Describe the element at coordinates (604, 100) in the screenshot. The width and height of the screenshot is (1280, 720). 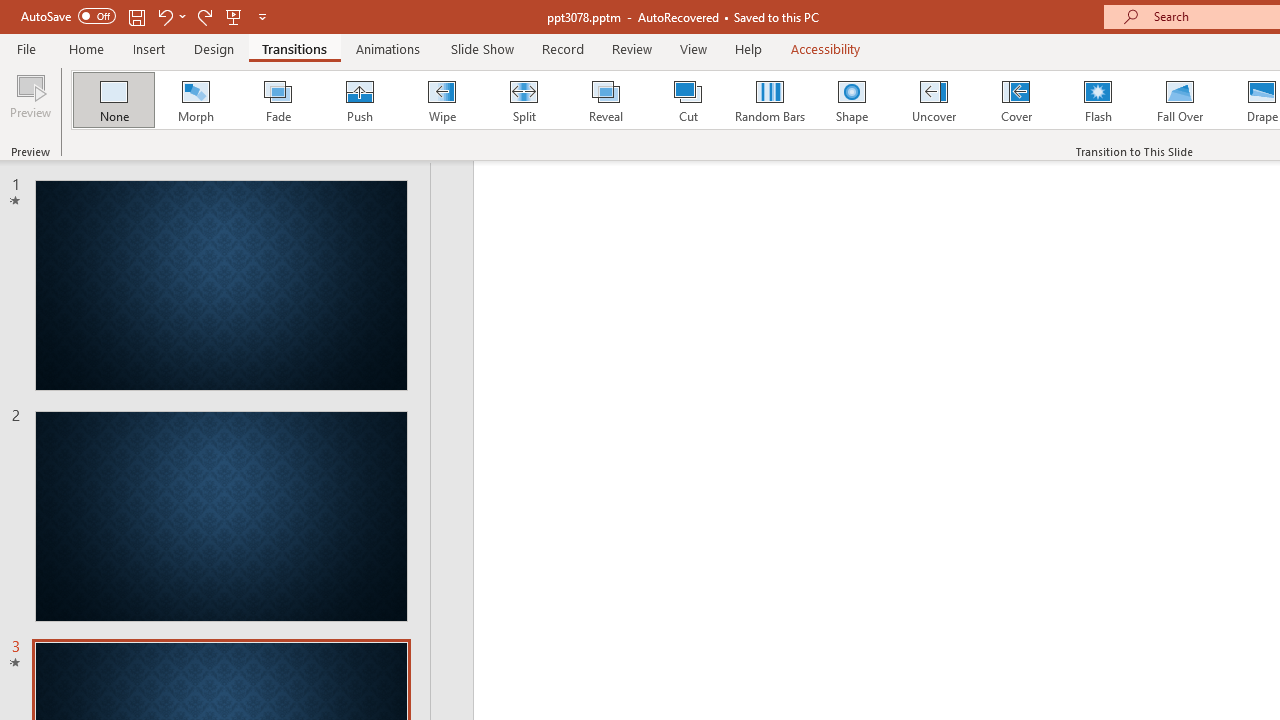
I see `'Reveal'` at that location.